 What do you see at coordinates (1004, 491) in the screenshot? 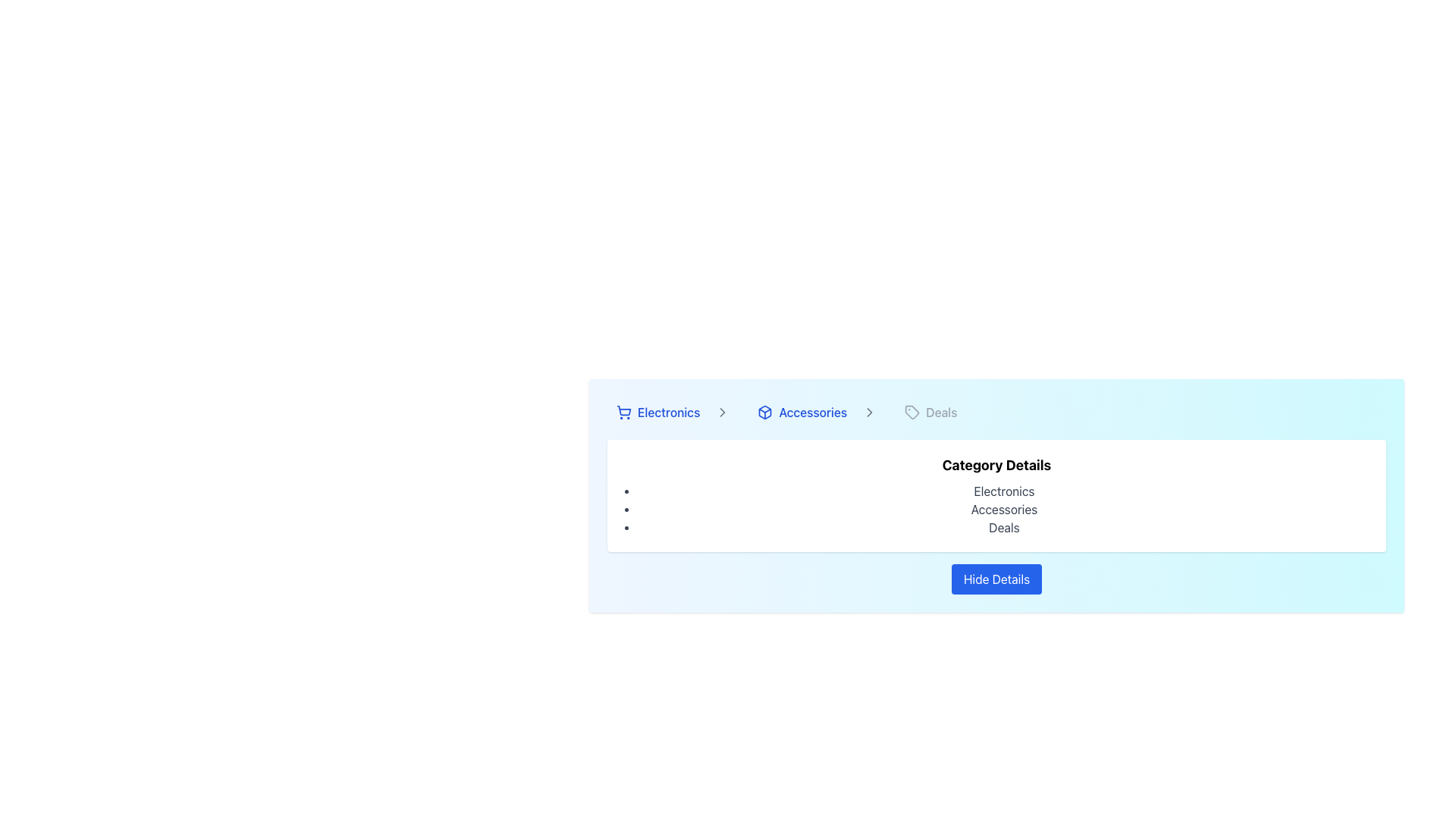
I see `the 'Electronics' text label, which is the first item in a vertical list of items under the 'Category Details' heading` at bounding box center [1004, 491].